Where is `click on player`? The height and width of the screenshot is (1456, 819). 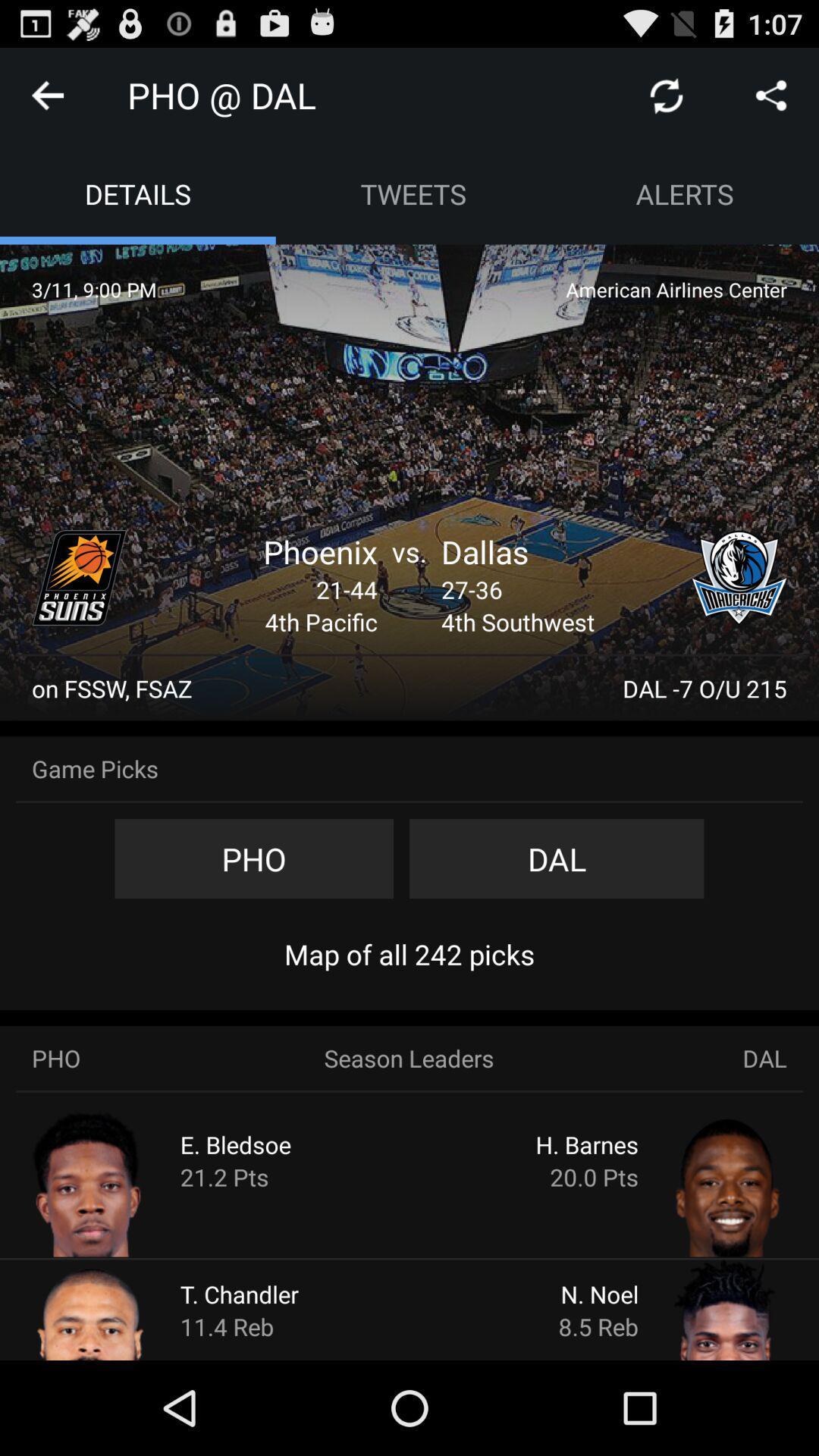
click on player is located at coordinates (699, 1182).